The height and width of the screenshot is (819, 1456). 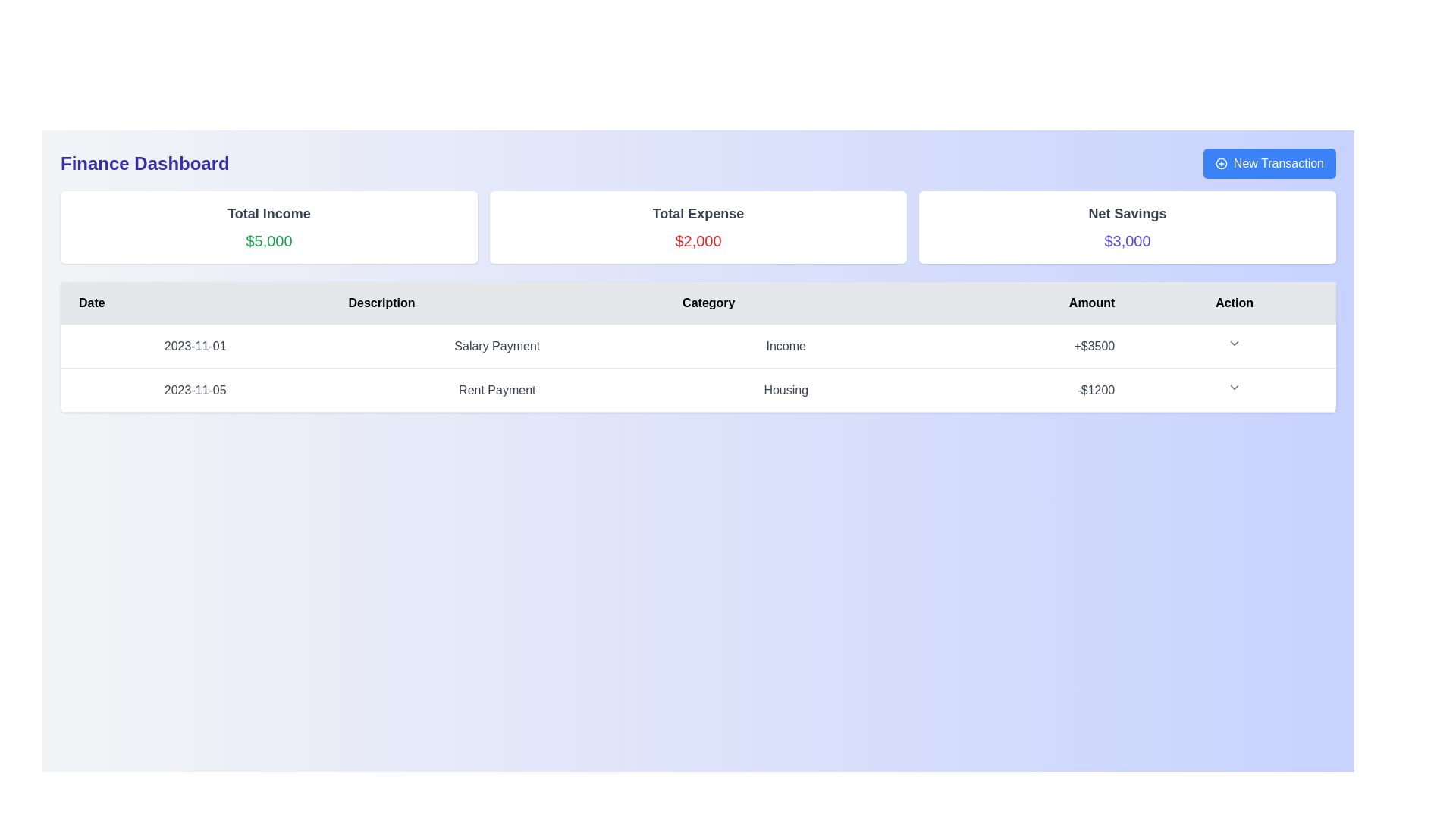 I want to click on the 'Salary Payment' text label in the first row of the main data table, which describes the financial transaction, so click(x=497, y=346).